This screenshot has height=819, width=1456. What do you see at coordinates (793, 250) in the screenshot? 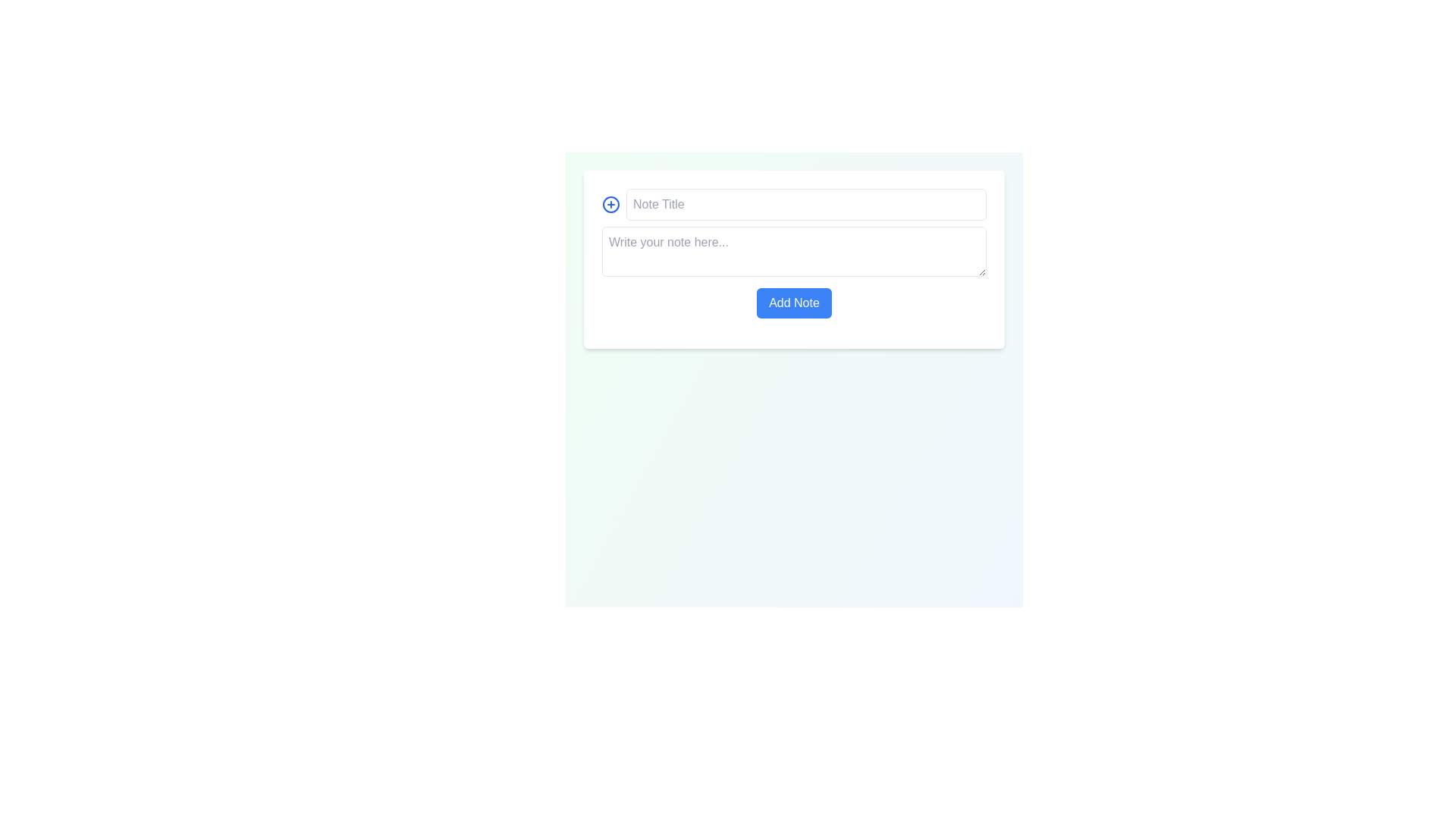
I see `the textarea located centrally within the form under the 'Add Note' section to place the cursor and enable typing` at bounding box center [793, 250].